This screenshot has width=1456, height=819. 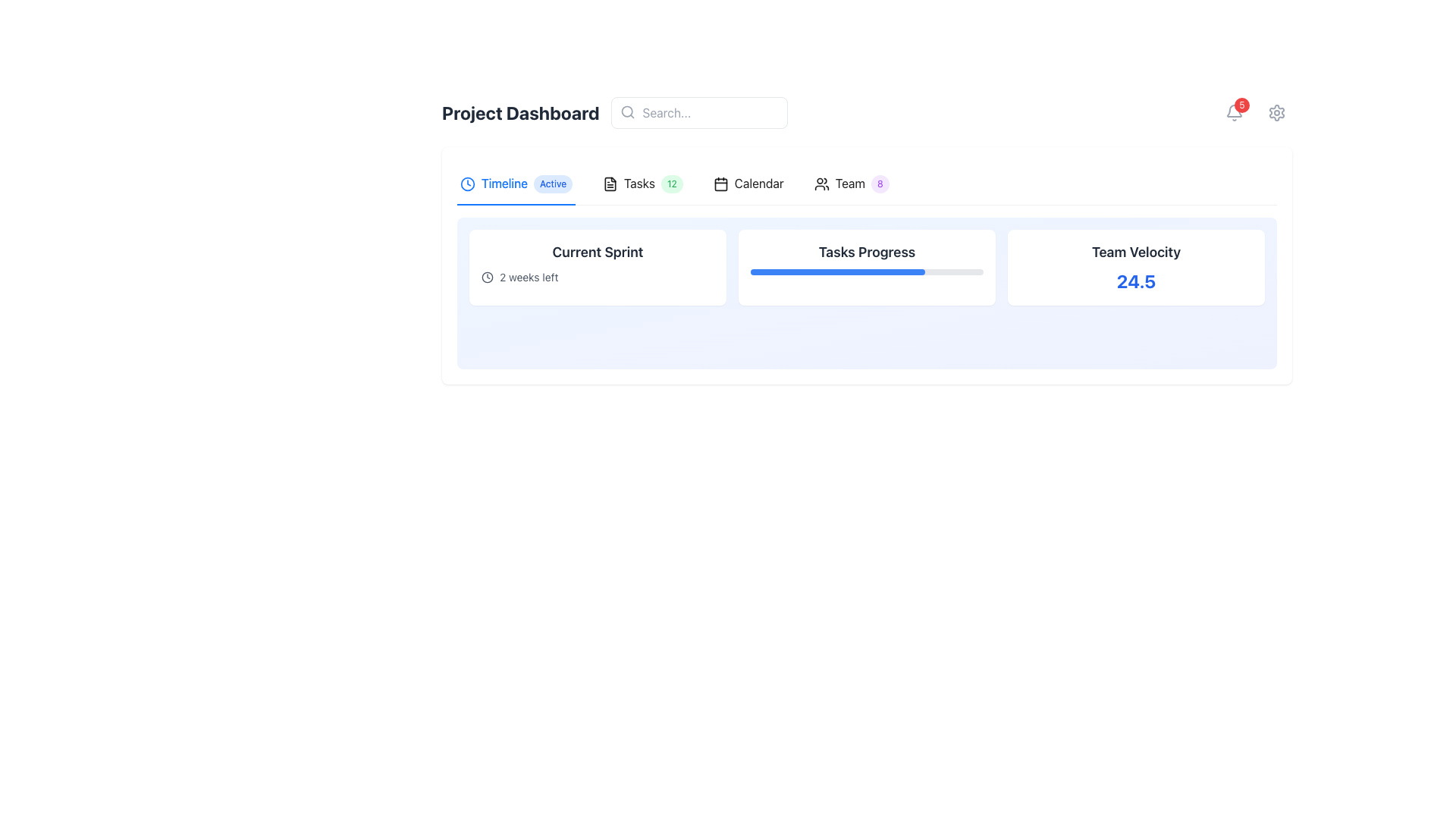 What do you see at coordinates (852, 183) in the screenshot?
I see `the fourth tab in the horizontal navigation bar that has a numeric badge and an icon of people to its left, which is located to the right of the 'Calendar' tab` at bounding box center [852, 183].